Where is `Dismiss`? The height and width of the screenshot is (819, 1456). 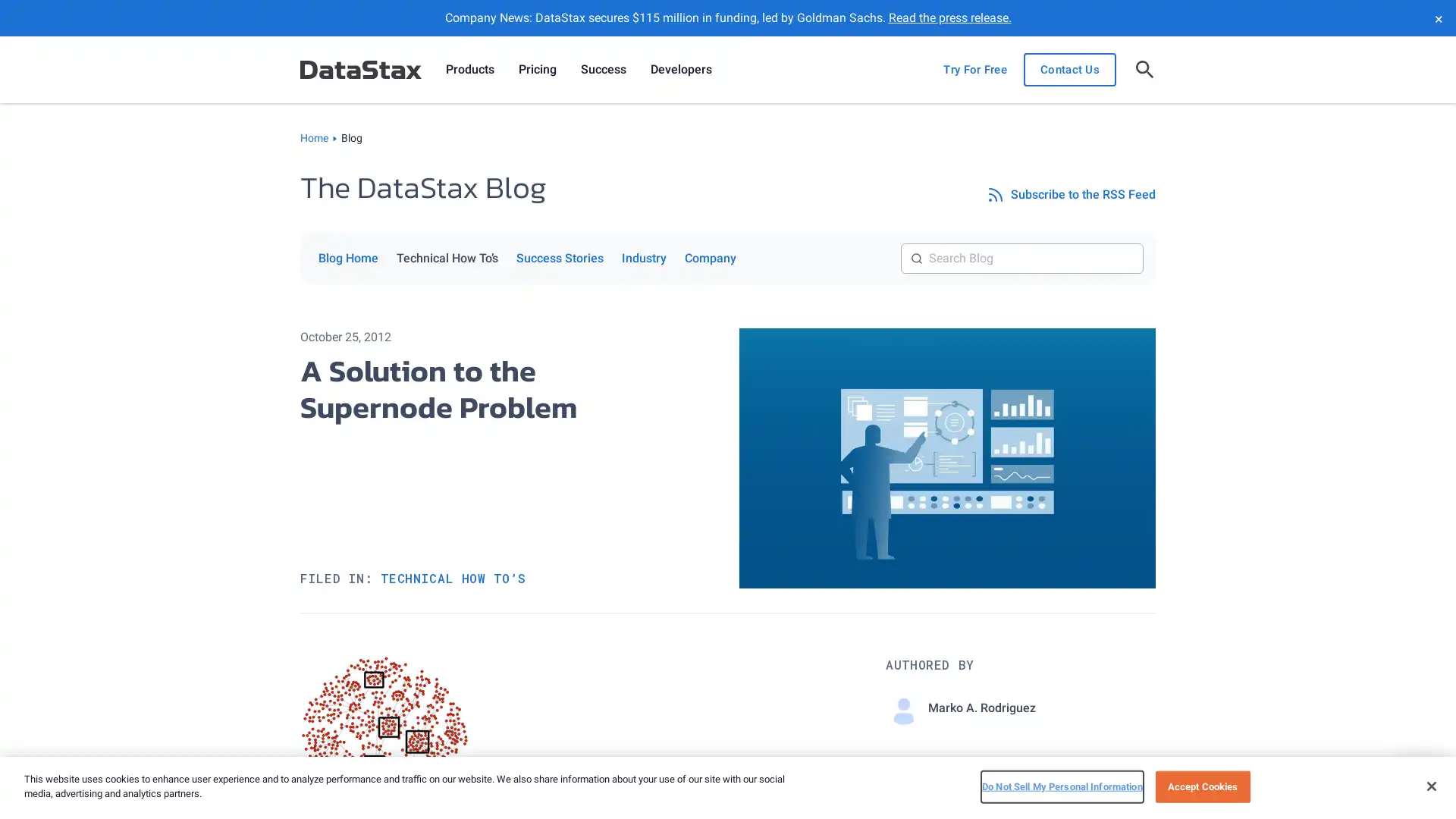 Dismiss is located at coordinates (1437, 17).